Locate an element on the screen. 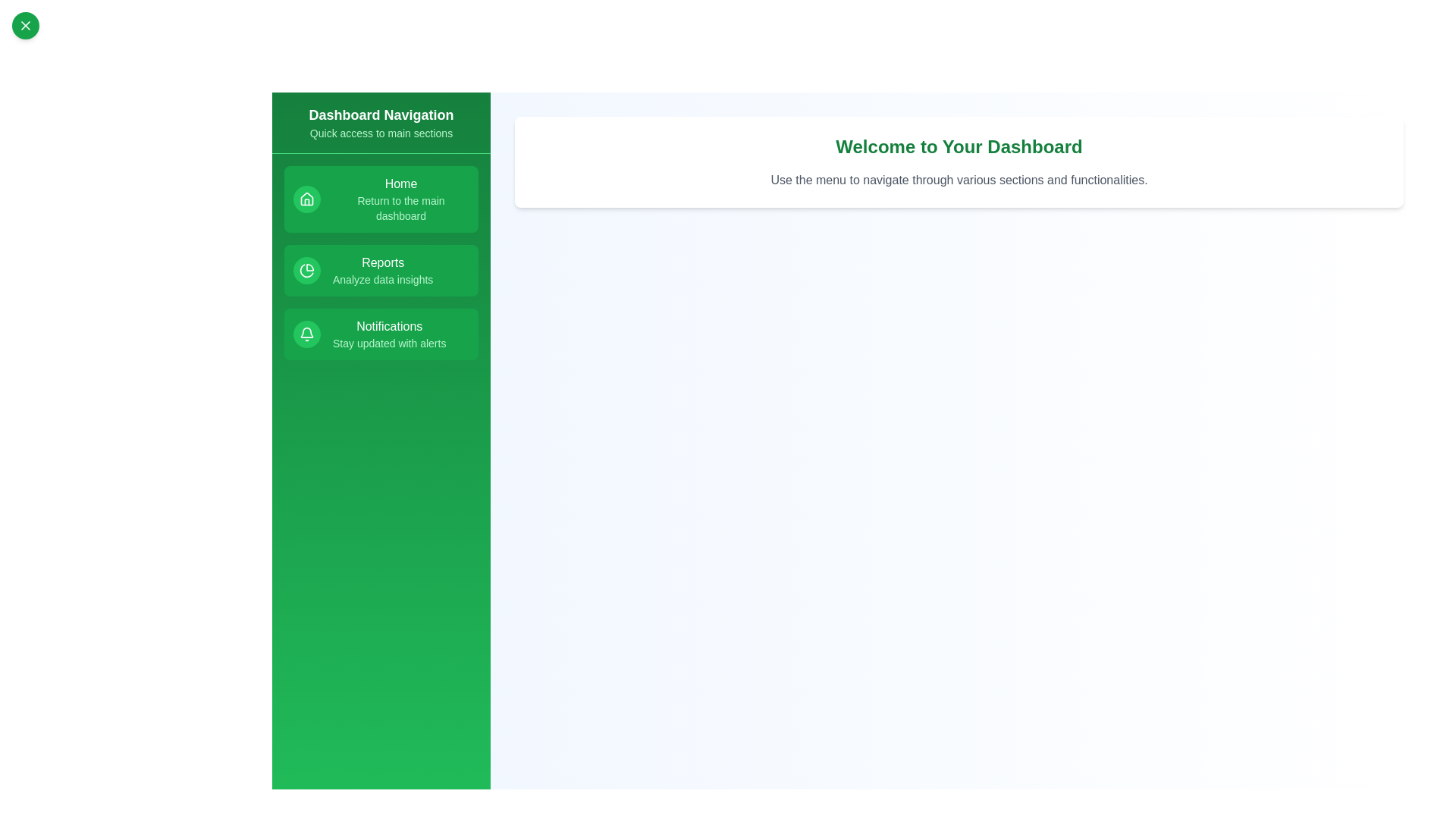 Image resolution: width=1456 pixels, height=819 pixels. the menu item corresponding to Notifications to navigate to its section is located at coordinates (381, 333).